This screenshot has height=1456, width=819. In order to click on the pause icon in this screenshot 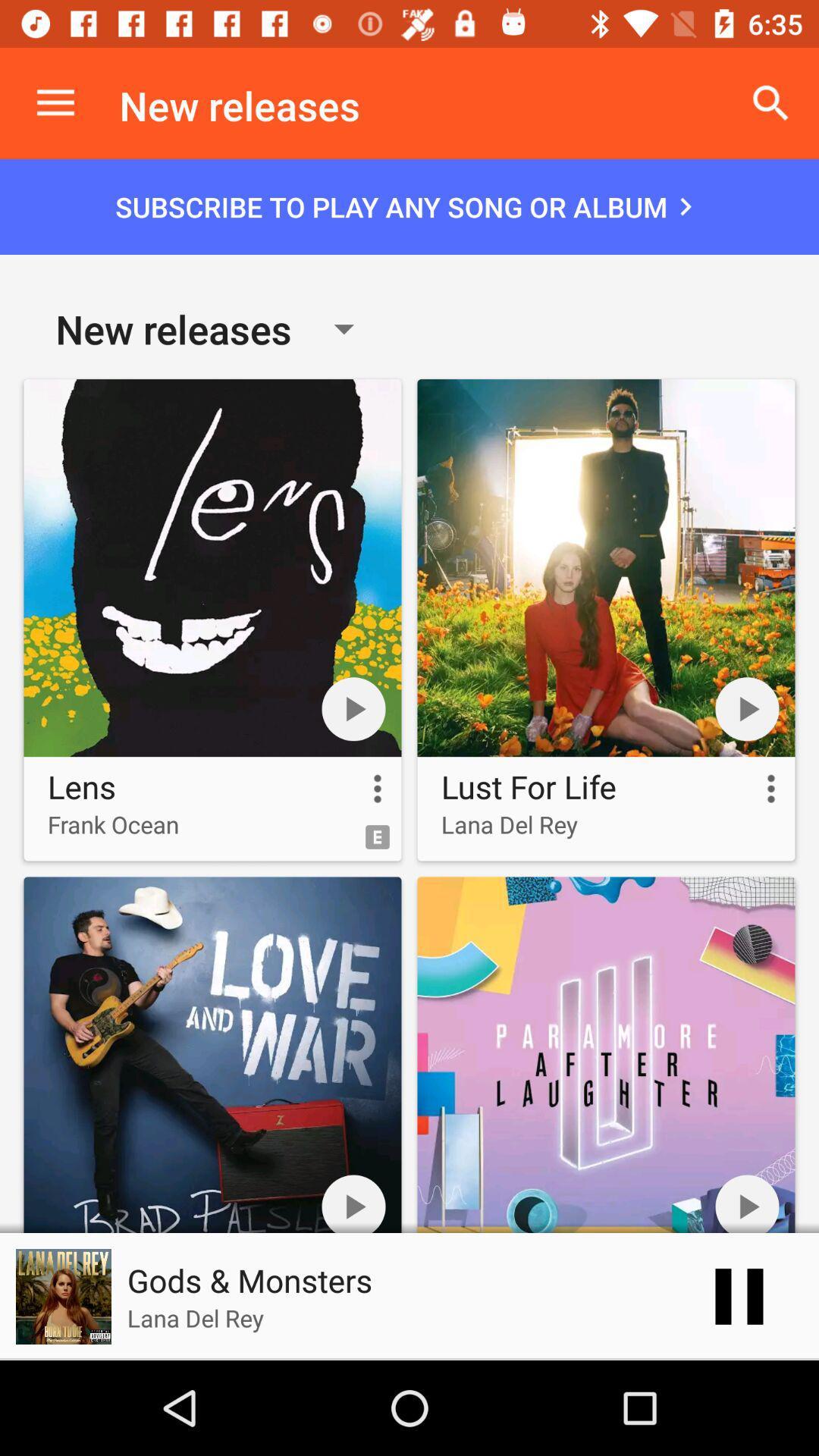, I will do `click(739, 1295)`.